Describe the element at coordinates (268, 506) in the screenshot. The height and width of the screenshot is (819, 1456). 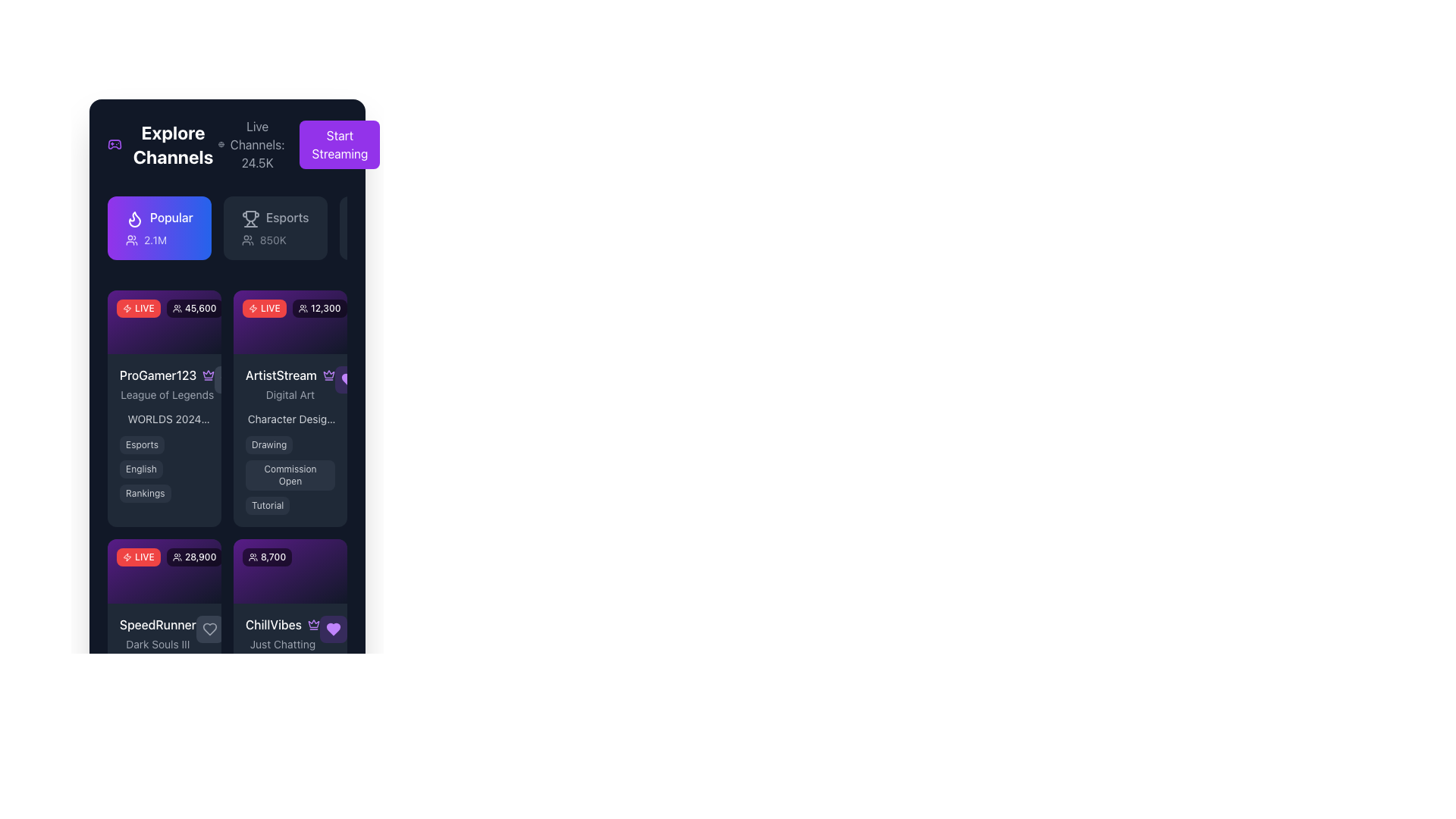
I see `the 'Tutorial' button, which is a rectangular button with light gray text on a dark gray background, located below the 'ArtistStream' section in a flexbox layout` at that location.